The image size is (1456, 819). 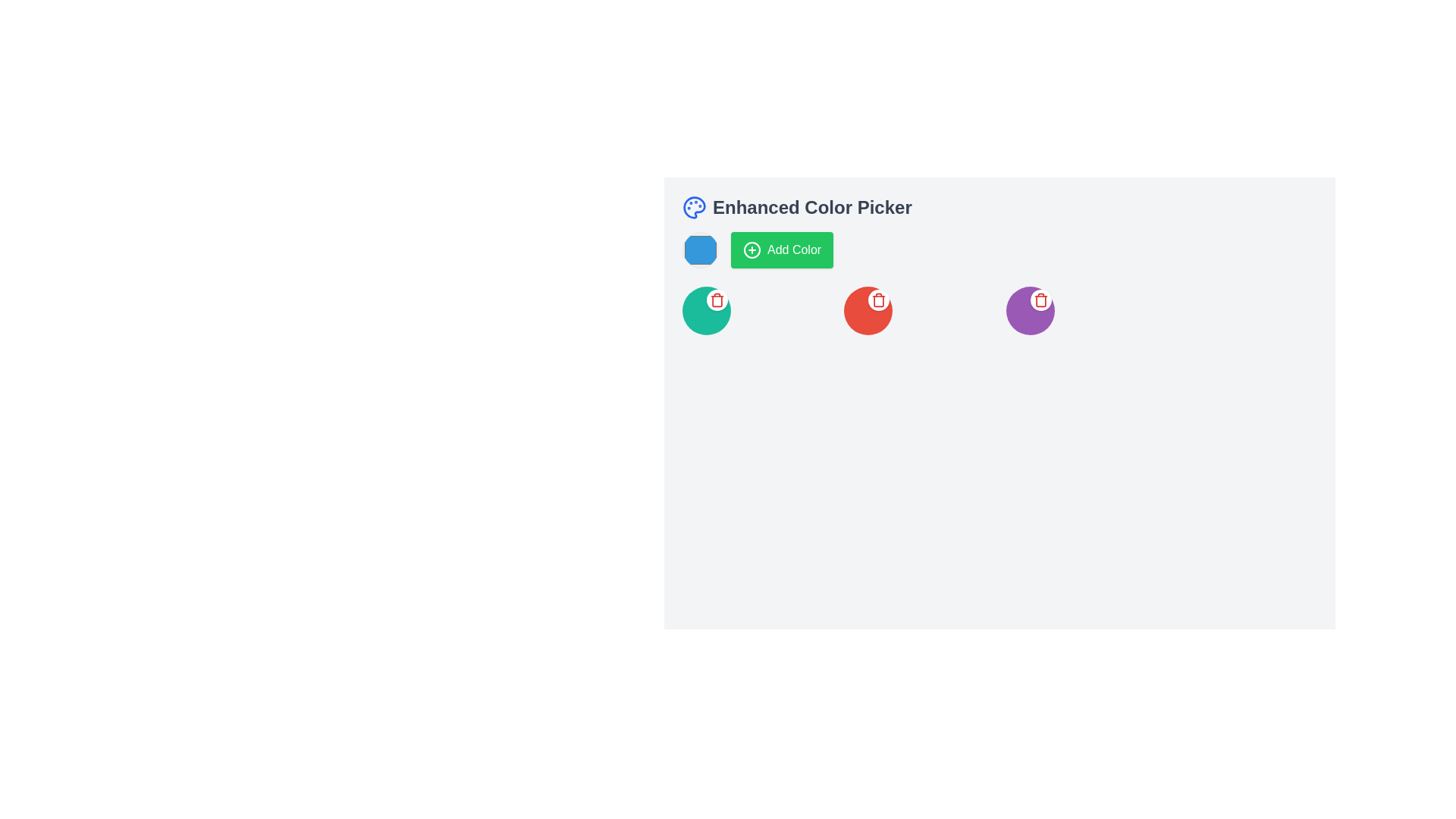 I want to click on the delete button with a trash icon located in the top-right corner of the teal circular area beneath the 'Enhanced Color Picker' interface title, so click(x=716, y=300).